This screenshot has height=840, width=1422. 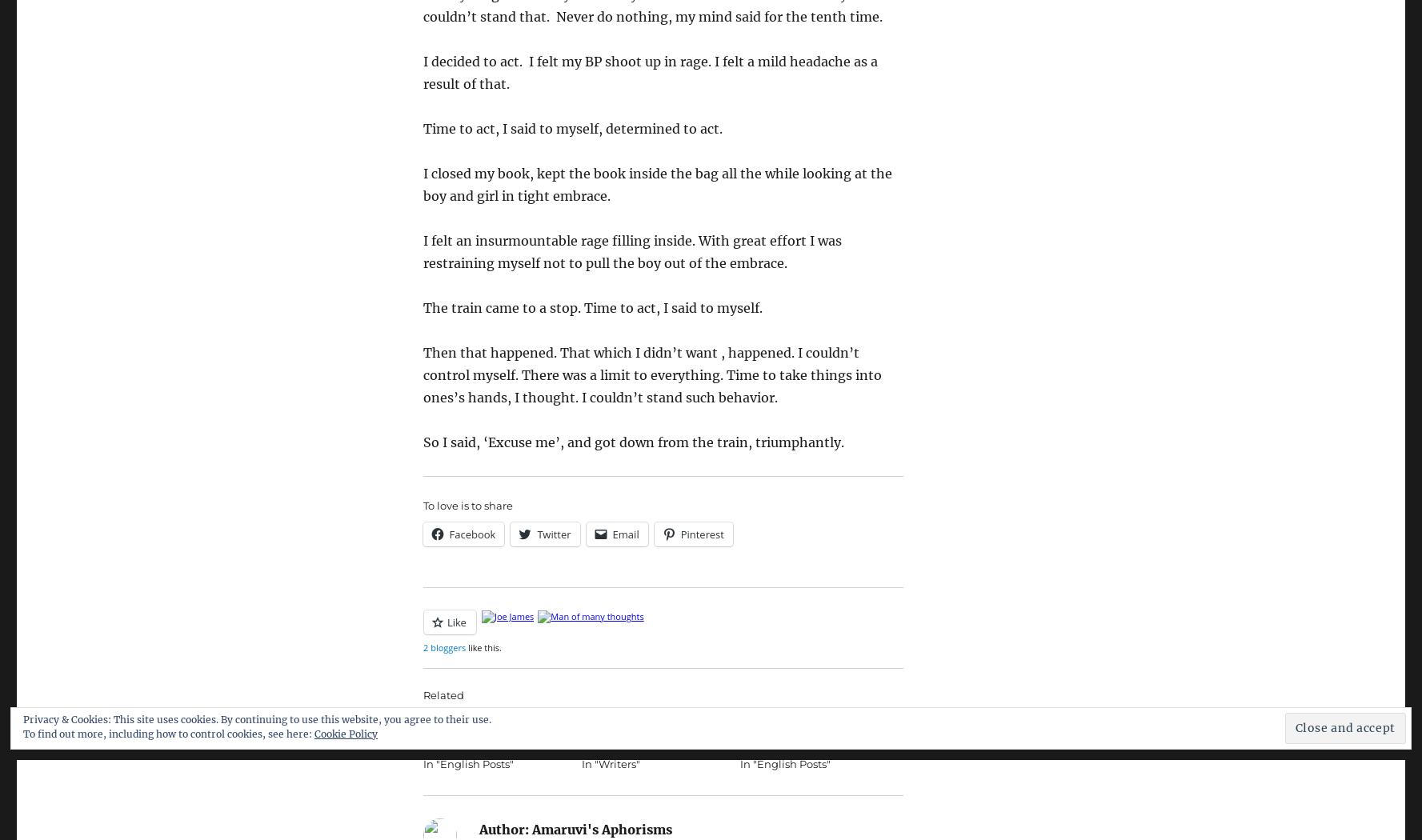 I want to click on 'Cookie Policy', so click(x=345, y=734).